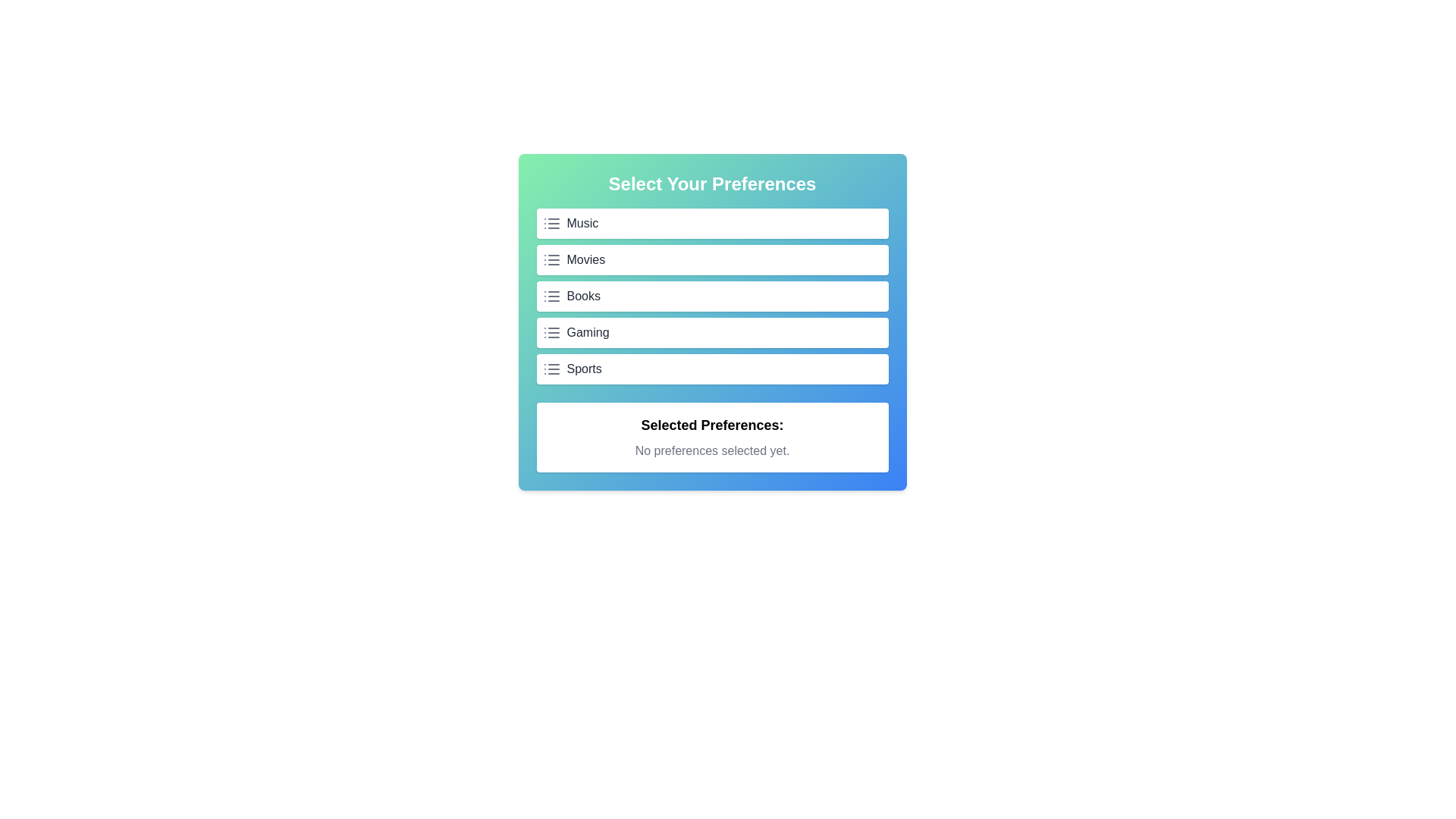  What do you see at coordinates (551, 223) in the screenshot?
I see `the icon element located to the left of the 'Music' label in the first row of the list, which visually indicates the options available for the music group` at bounding box center [551, 223].